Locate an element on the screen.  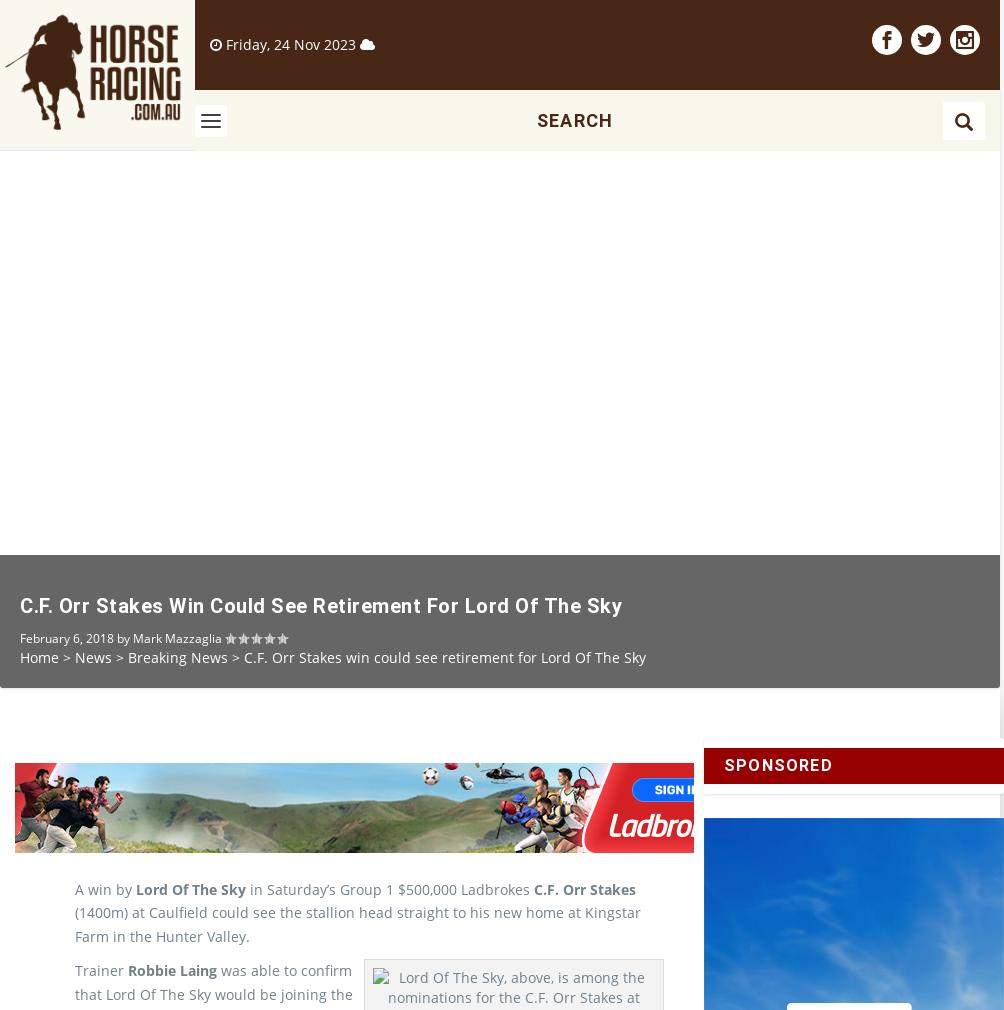
'(1400m) at Caulfield could see the stallion head straight to his new home at Kingstar Farm in the Hunter Valley.' is located at coordinates (358, 958).